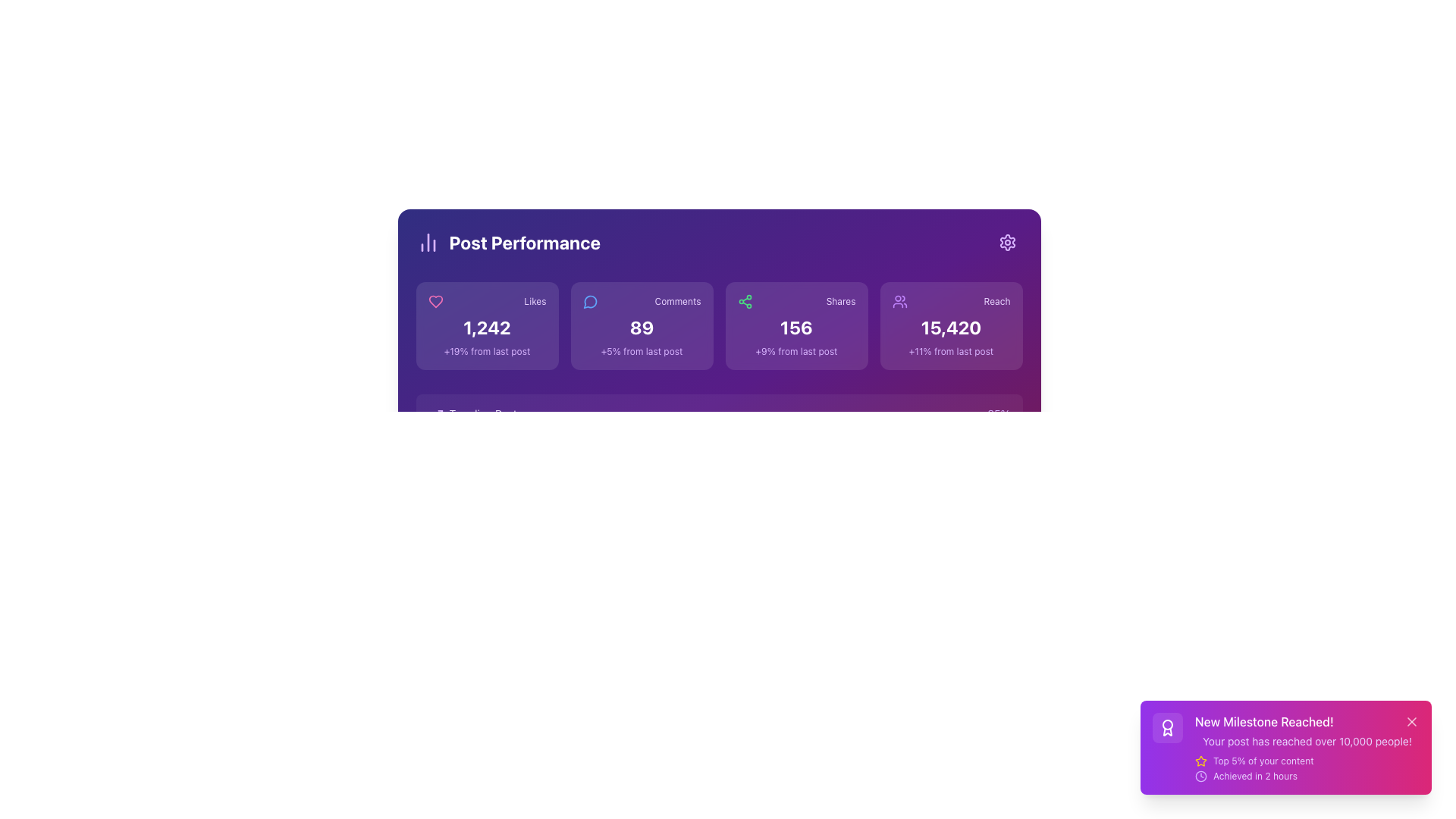 The image size is (1456, 819). I want to click on the gear icon in the upper-right corner of the 'Post Performance' section, so click(1007, 242).